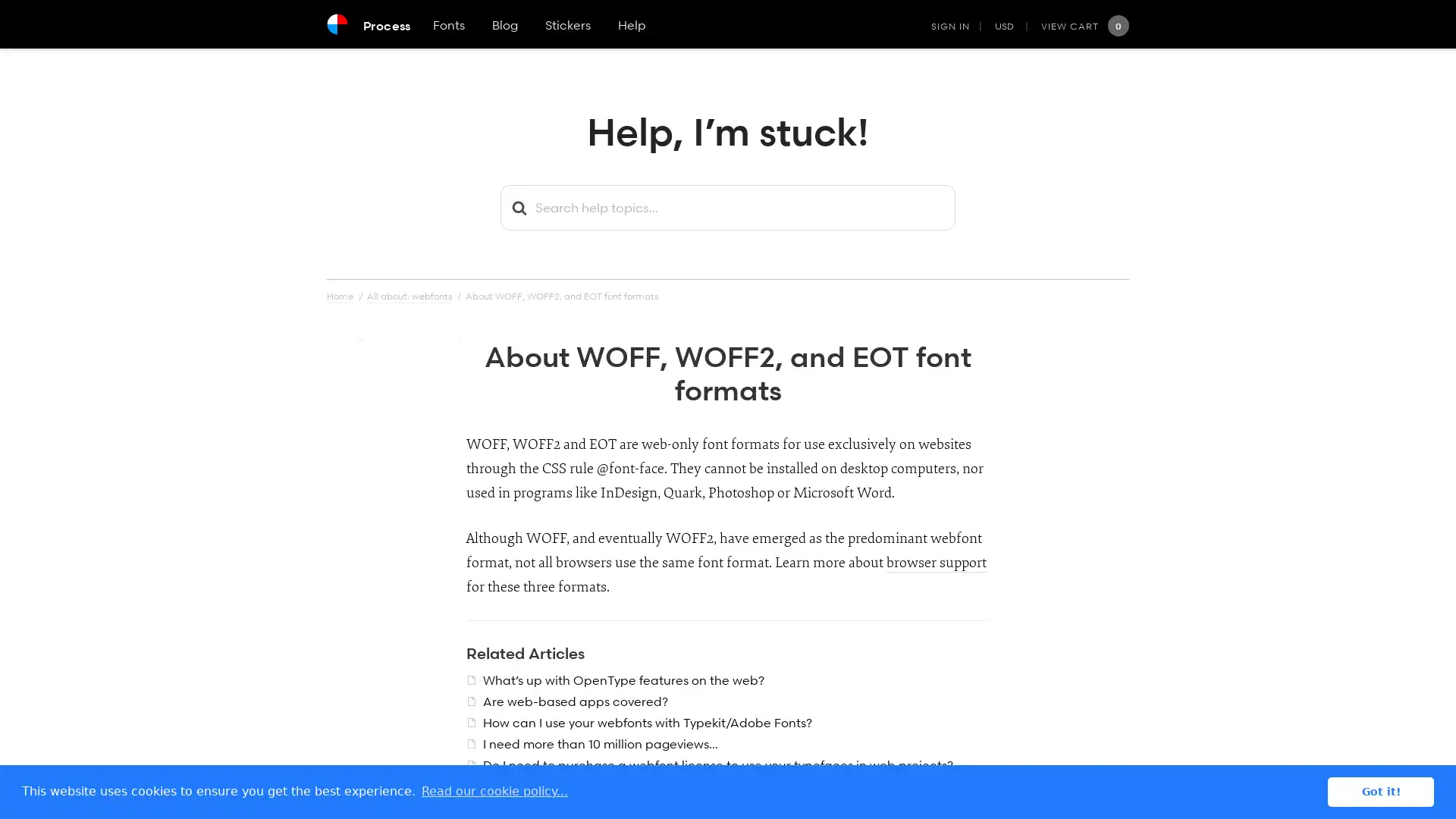 The width and height of the screenshot is (1456, 819). Describe the element at coordinates (1380, 791) in the screenshot. I see `dismiss cookie message` at that location.